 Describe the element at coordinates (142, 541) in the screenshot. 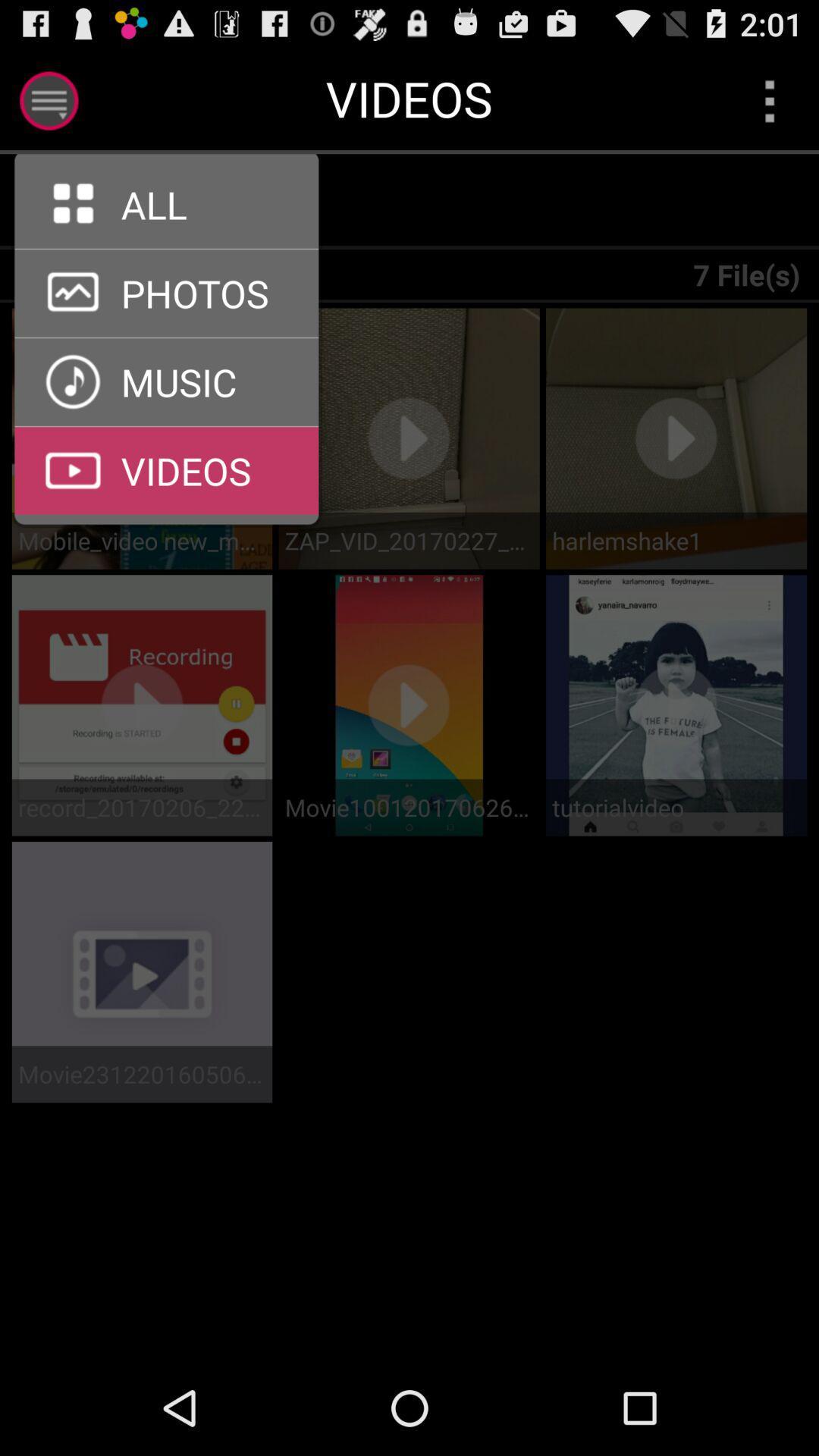

I see `the mobile_video new_mgautoplay item` at that location.